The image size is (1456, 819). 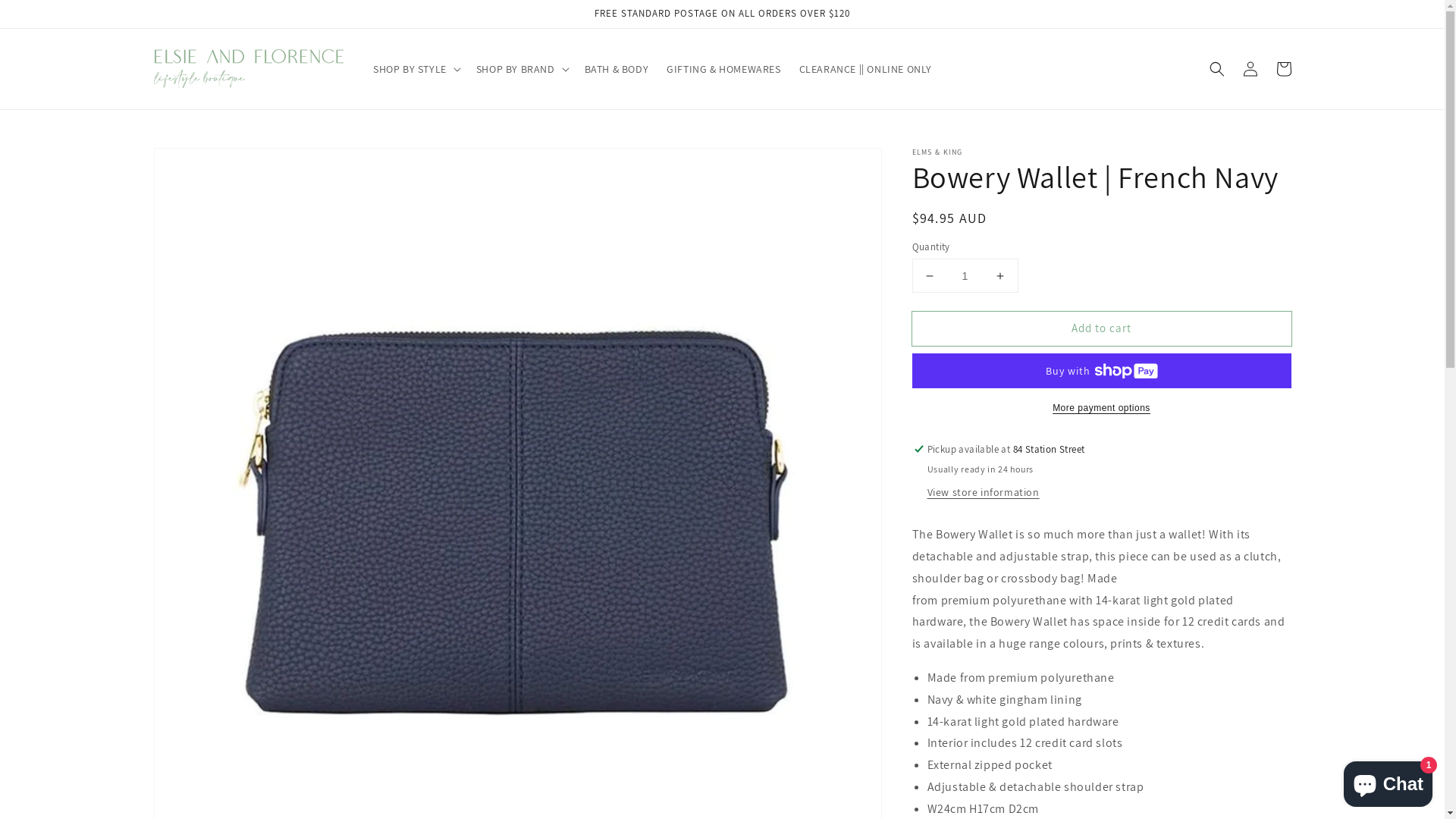 I want to click on 'Decrease quantity for Bowery Wallet | French Navy', so click(x=912, y=275).